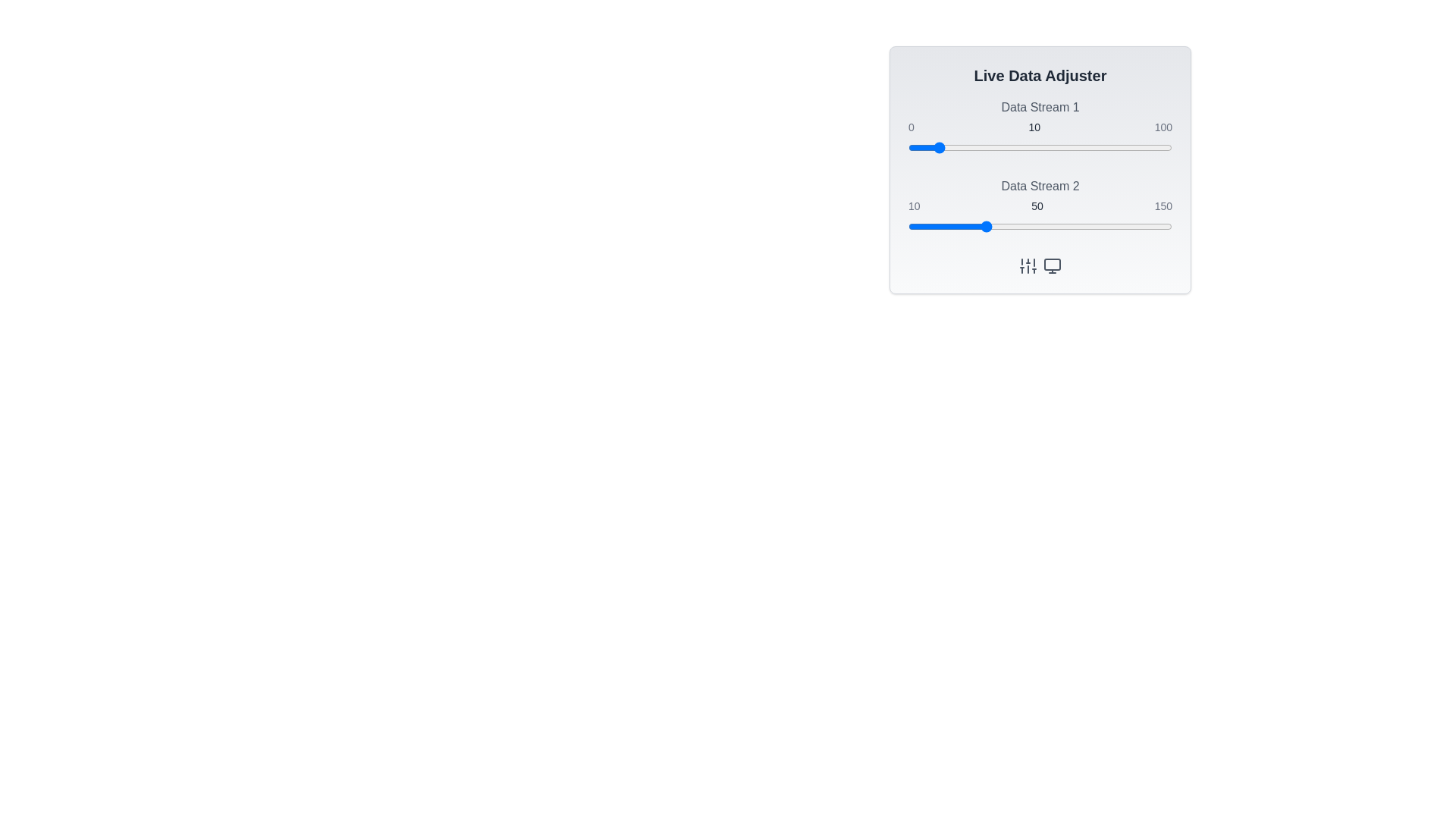 The image size is (1456, 819). What do you see at coordinates (968, 148) in the screenshot?
I see `the Data Stream 1 value` at bounding box center [968, 148].